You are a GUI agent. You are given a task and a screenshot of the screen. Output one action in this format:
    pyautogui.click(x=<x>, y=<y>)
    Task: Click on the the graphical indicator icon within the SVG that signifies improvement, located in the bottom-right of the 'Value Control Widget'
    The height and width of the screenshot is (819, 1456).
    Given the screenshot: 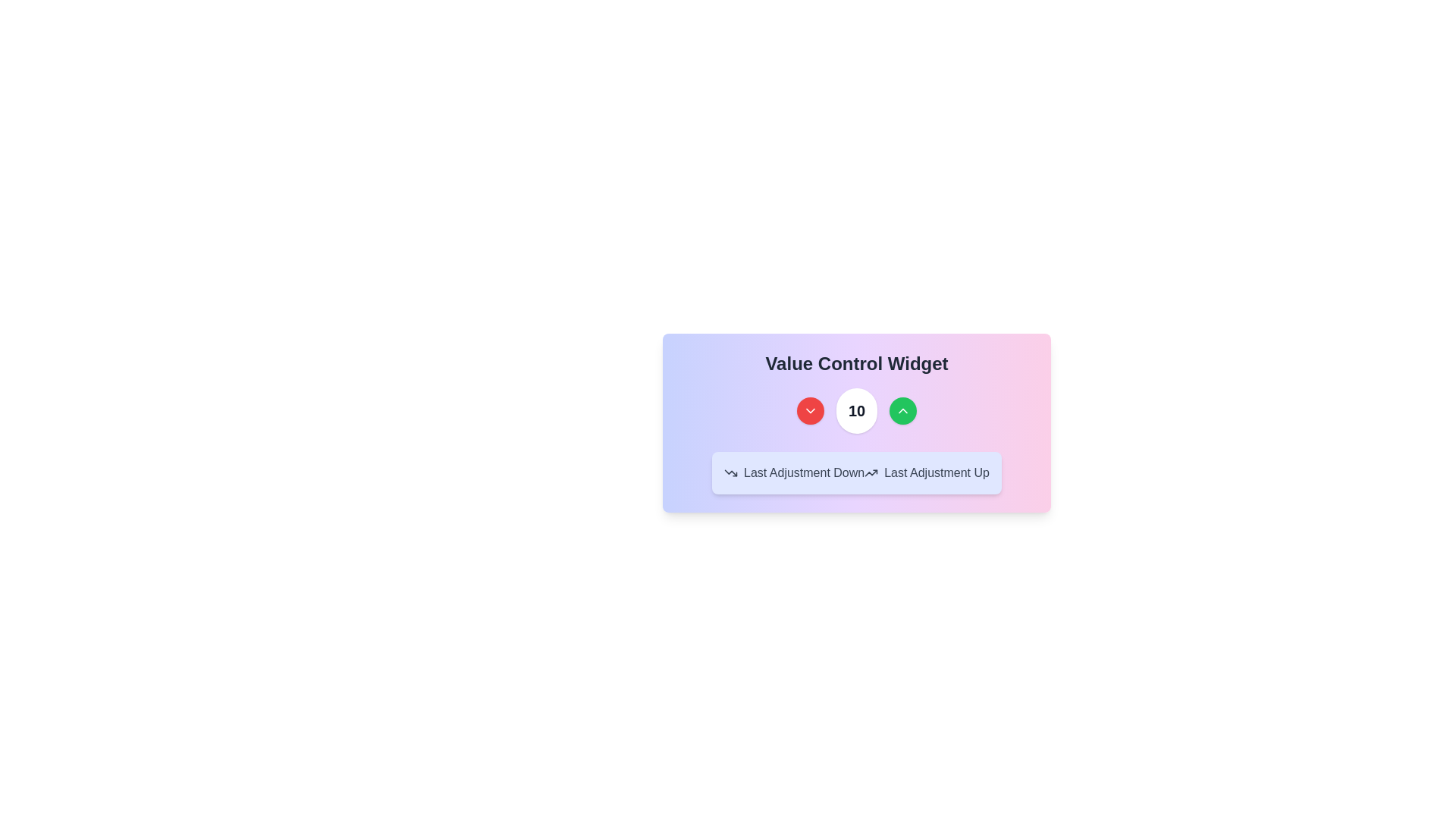 What is the action you would take?
    pyautogui.click(x=871, y=472)
    